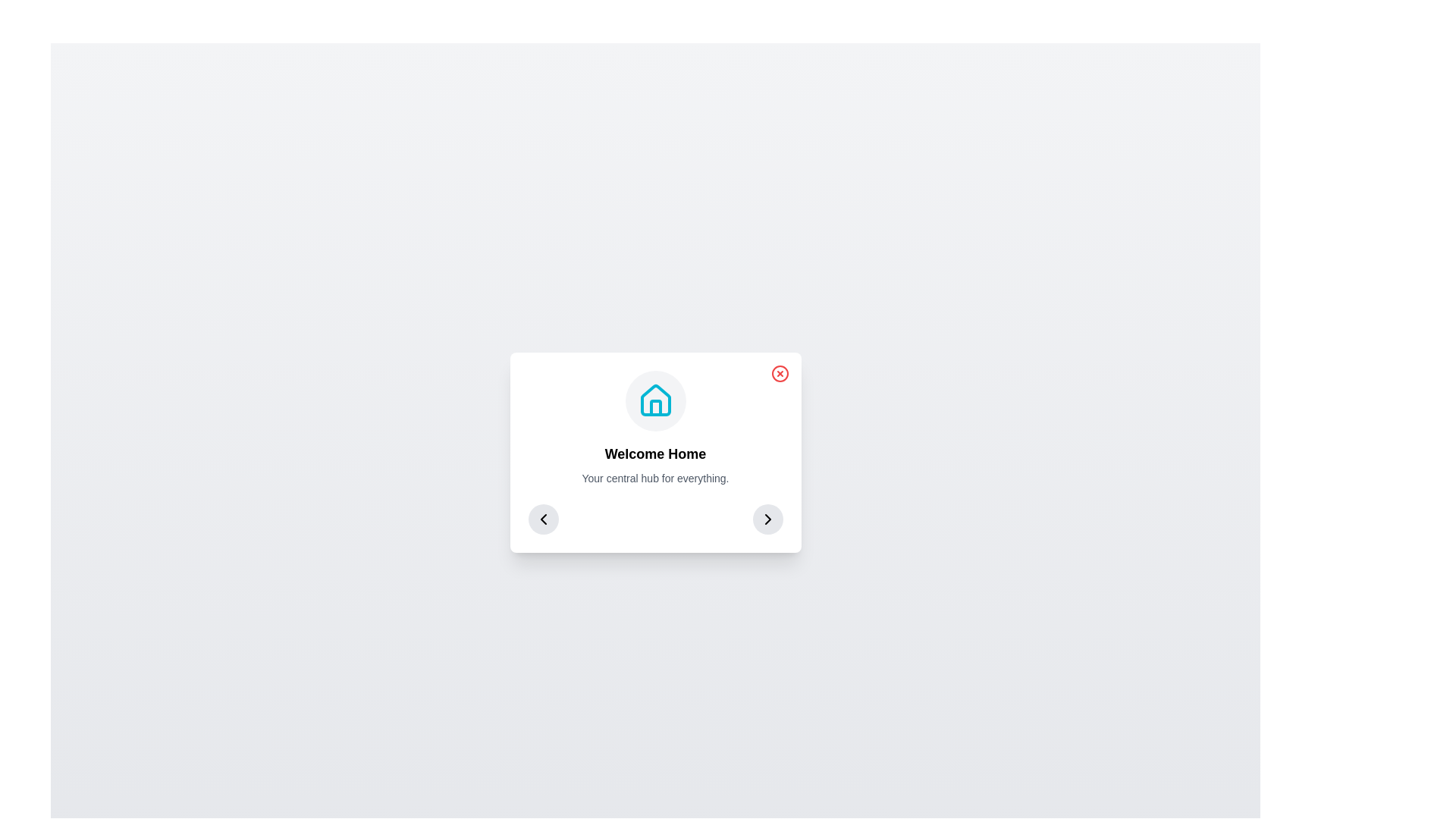 The height and width of the screenshot is (819, 1456). I want to click on the close button located at the upper-right corner of the card, so click(780, 374).